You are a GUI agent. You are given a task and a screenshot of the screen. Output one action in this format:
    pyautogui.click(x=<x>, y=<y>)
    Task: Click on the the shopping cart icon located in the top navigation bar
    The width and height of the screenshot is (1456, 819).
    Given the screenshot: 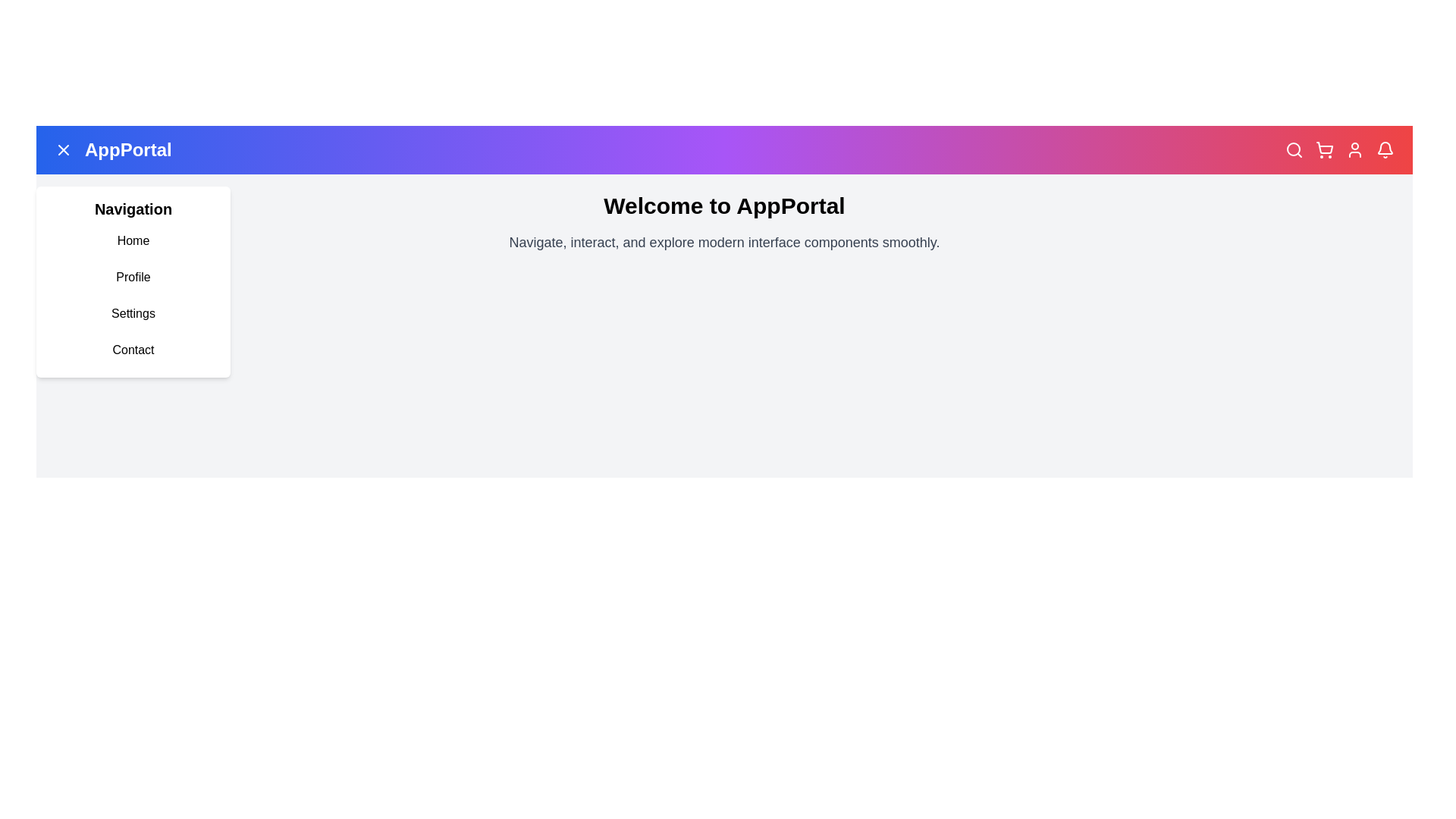 What is the action you would take?
    pyautogui.click(x=1324, y=148)
    